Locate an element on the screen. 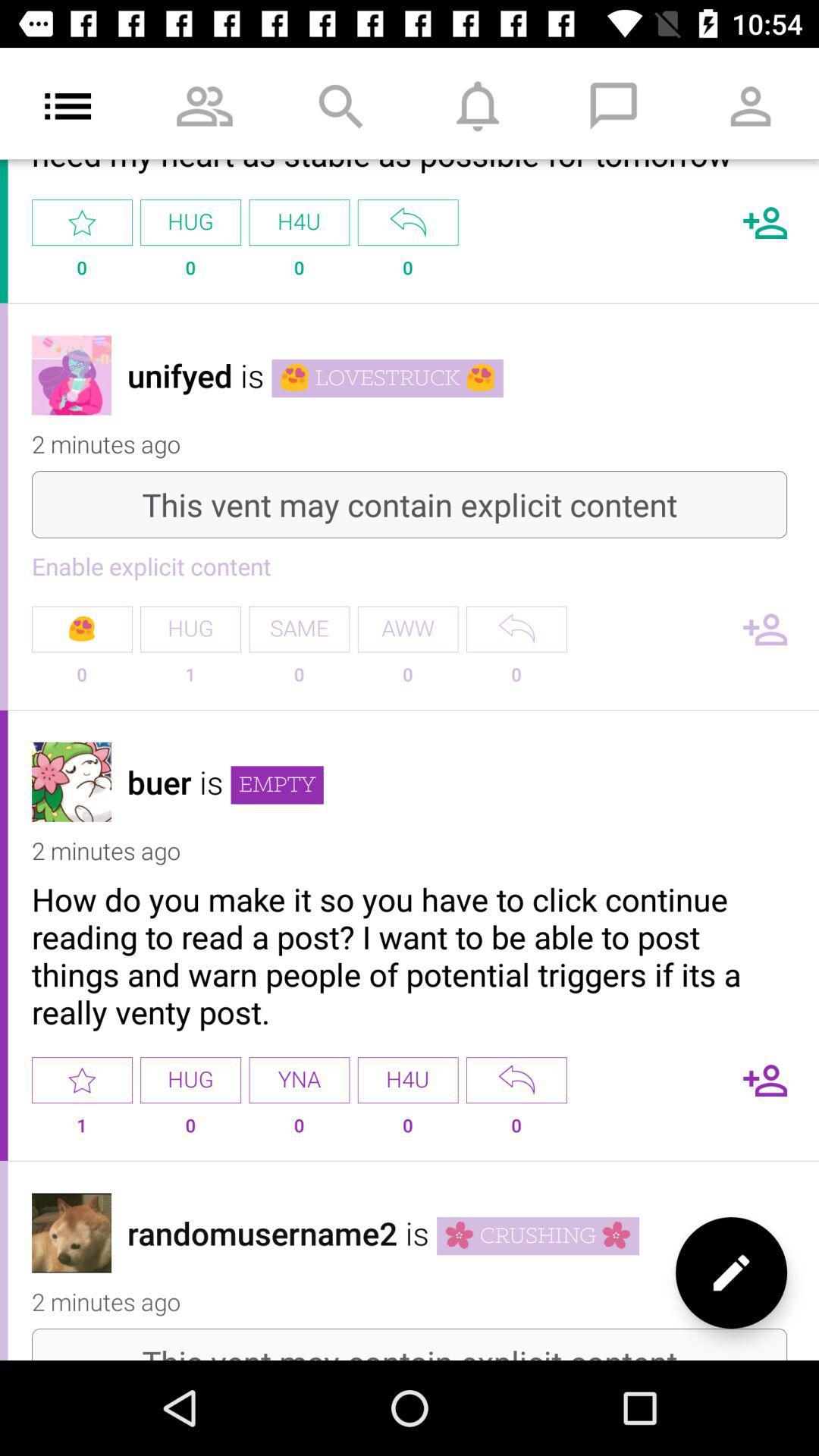 The width and height of the screenshot is (819, 1456). the icon next to the is item is located at coordinates (277, 785).